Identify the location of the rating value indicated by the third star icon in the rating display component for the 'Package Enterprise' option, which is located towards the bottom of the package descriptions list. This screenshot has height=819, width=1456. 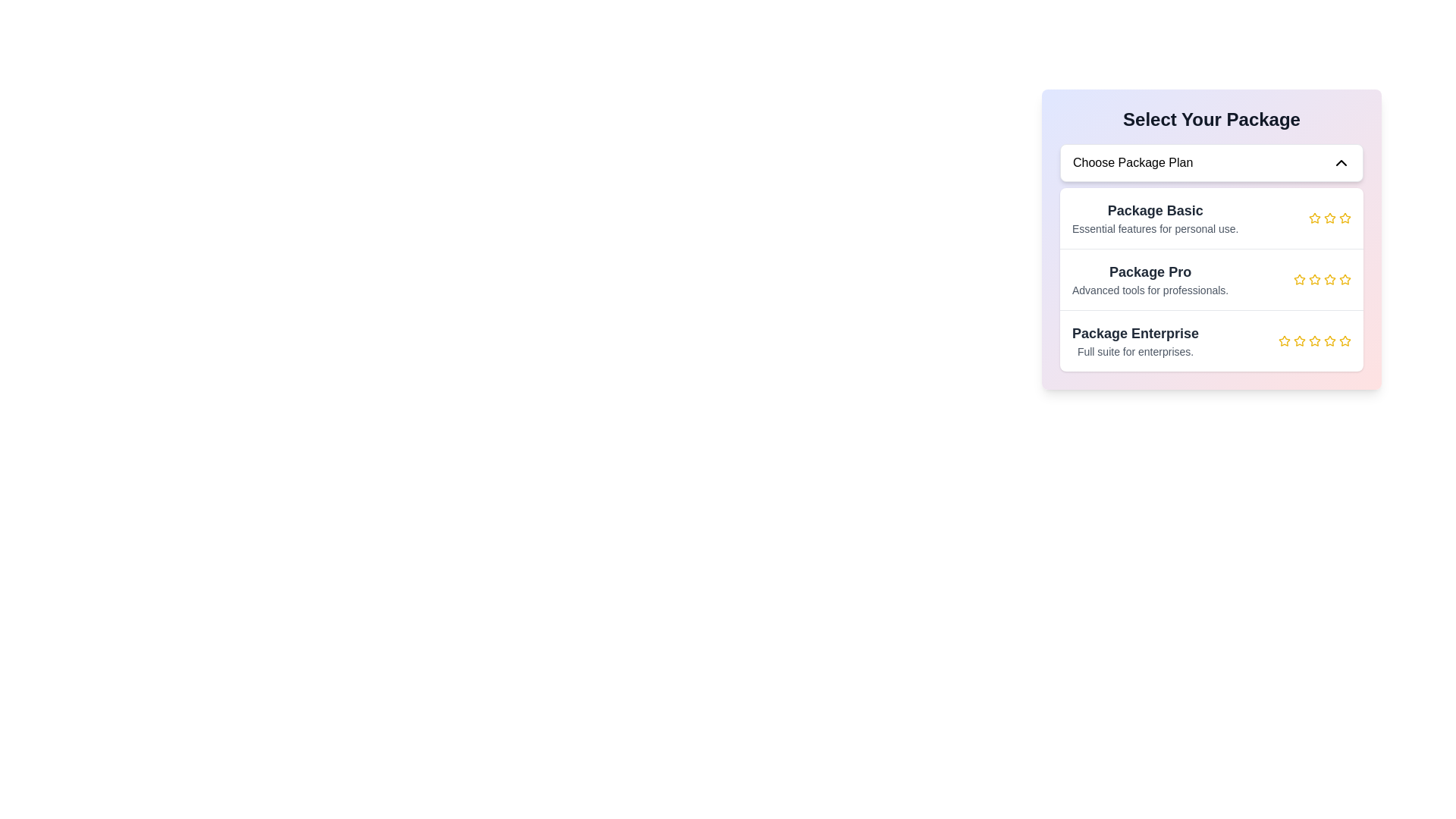
(1313, 341).